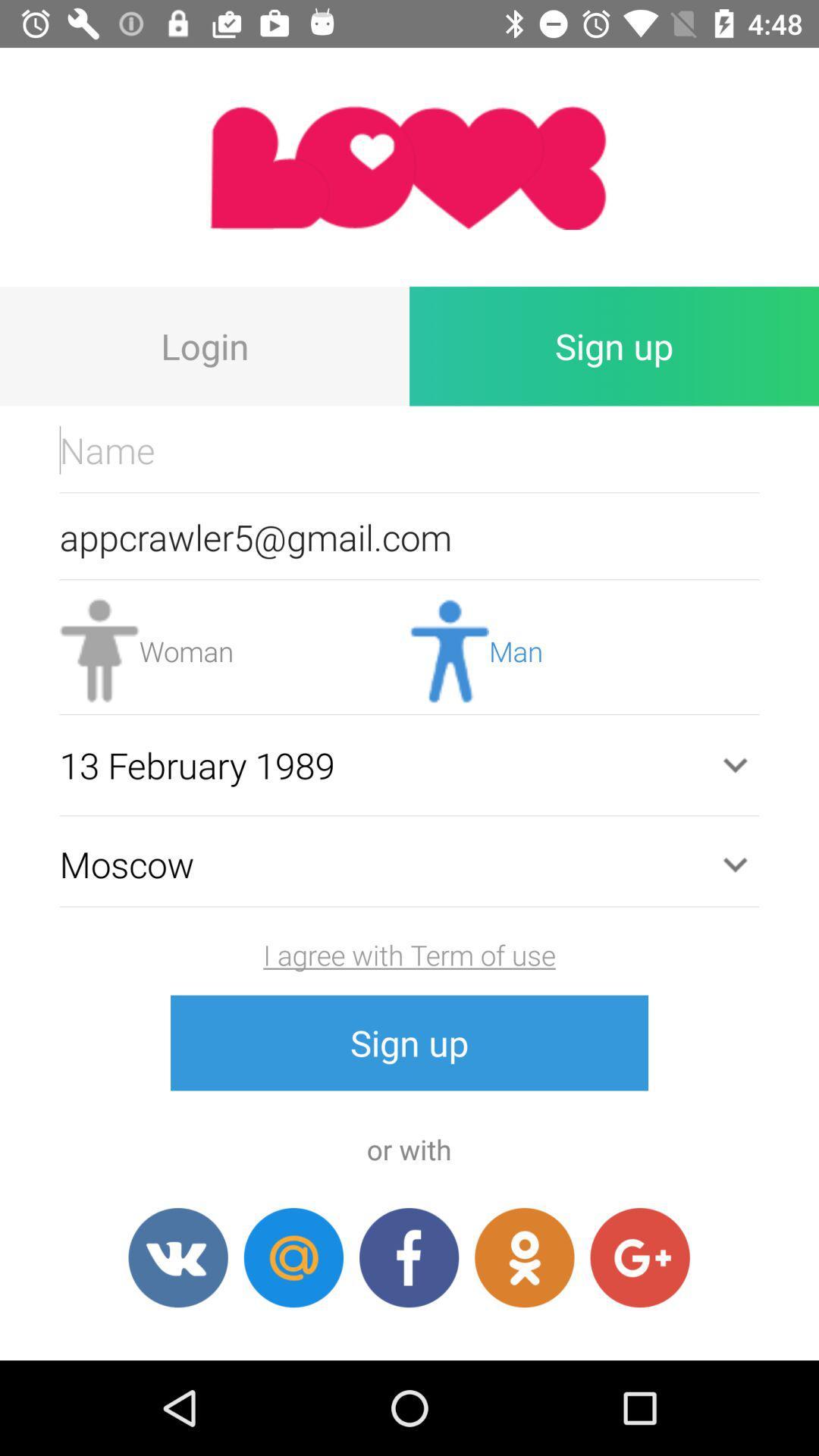 This screenshot has height=1456, width=819. What do you see at coordinates (408, 1257) in the screenshot?
I see `sign up via facebook` at bounding box center [408, 1257].